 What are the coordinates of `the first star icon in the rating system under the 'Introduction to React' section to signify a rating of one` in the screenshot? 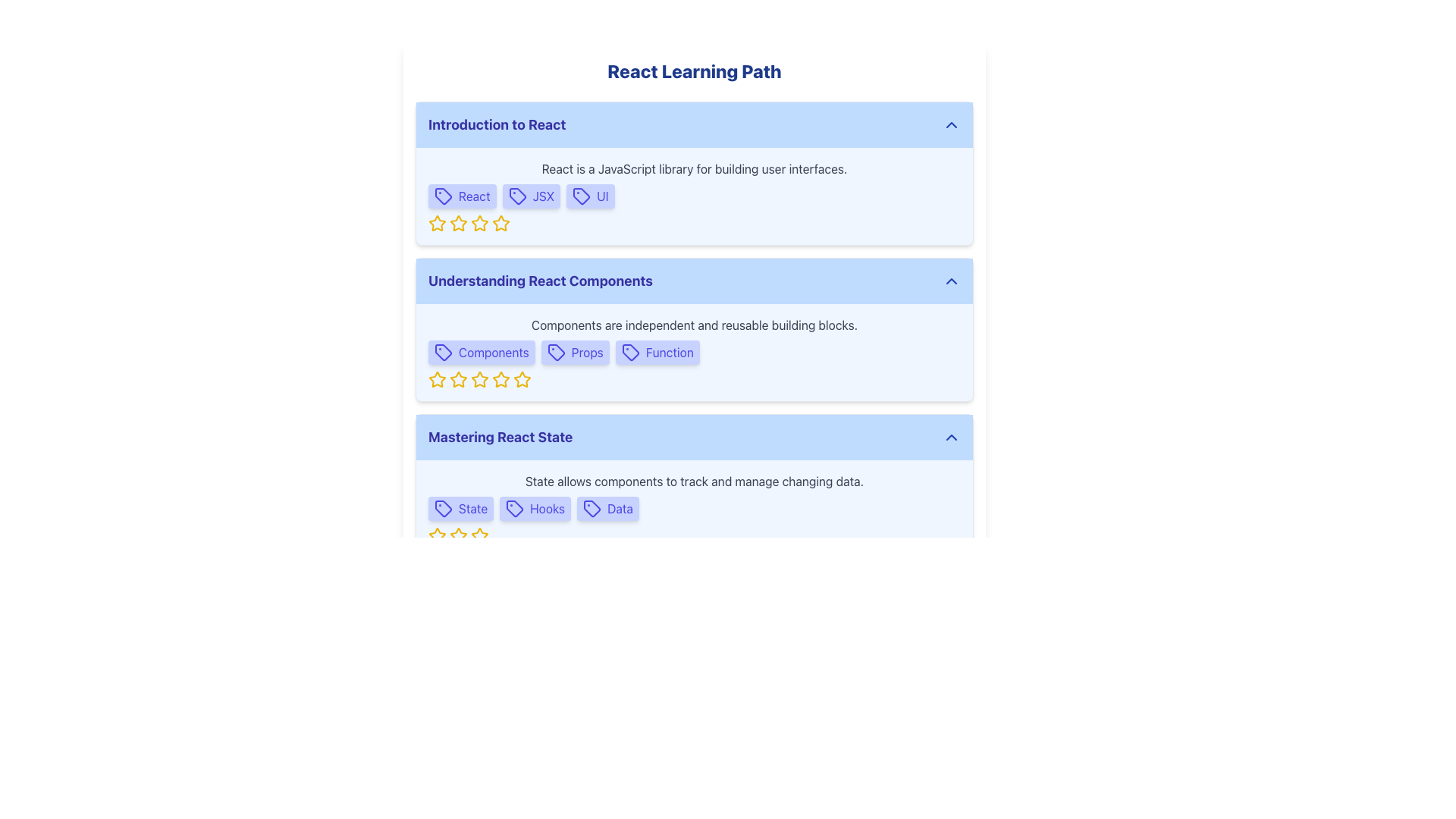 It's located at (436, 223).